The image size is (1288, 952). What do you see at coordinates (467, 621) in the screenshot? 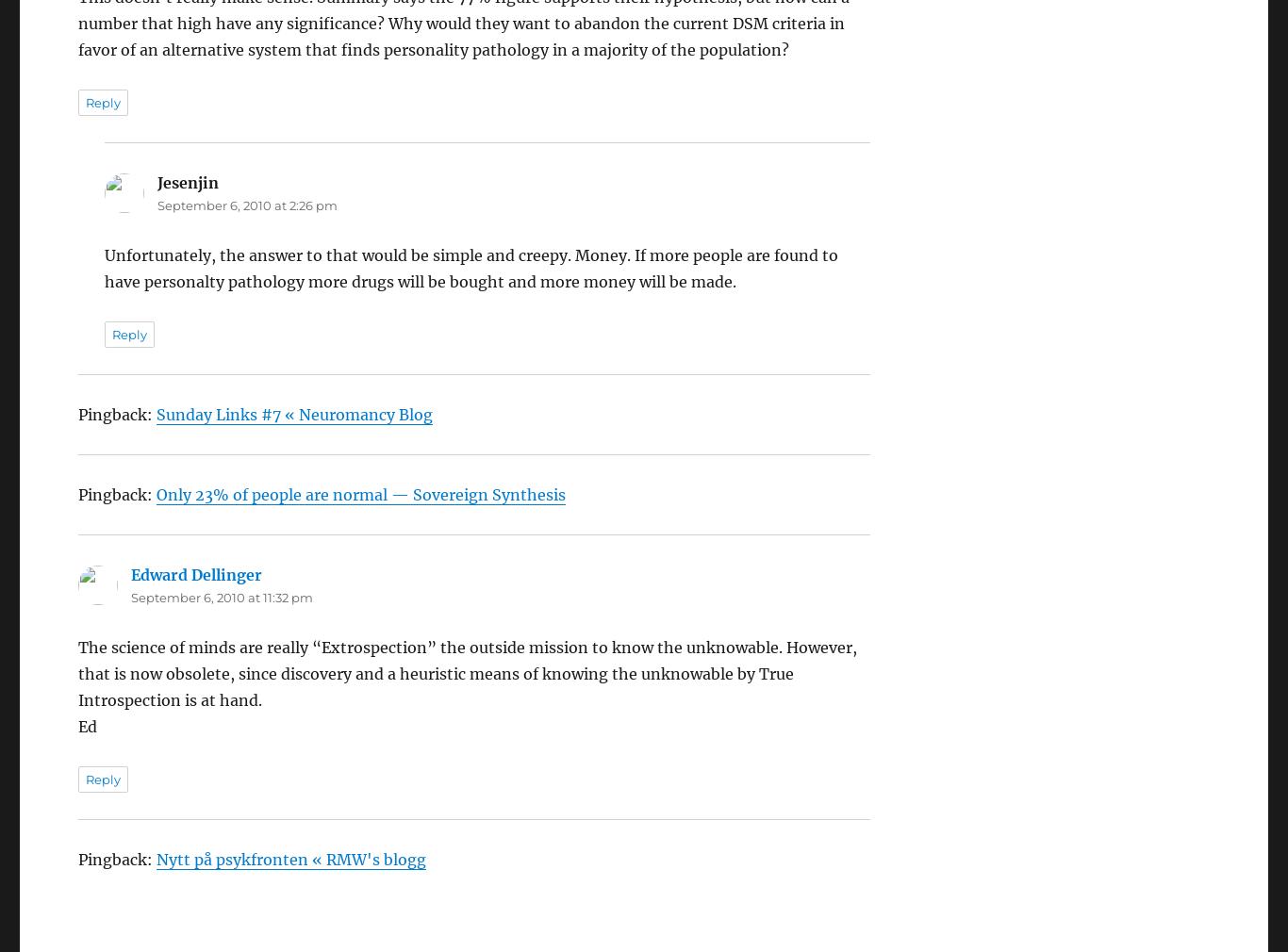
I see `'The science of minds are really “Extrospection” the outside mission to know the unknowable. However, that is now obsolete, since discovery and a heuristic means of knowing the unknowable by True Introspection is at hand.'` at bounding box center [467, 621].